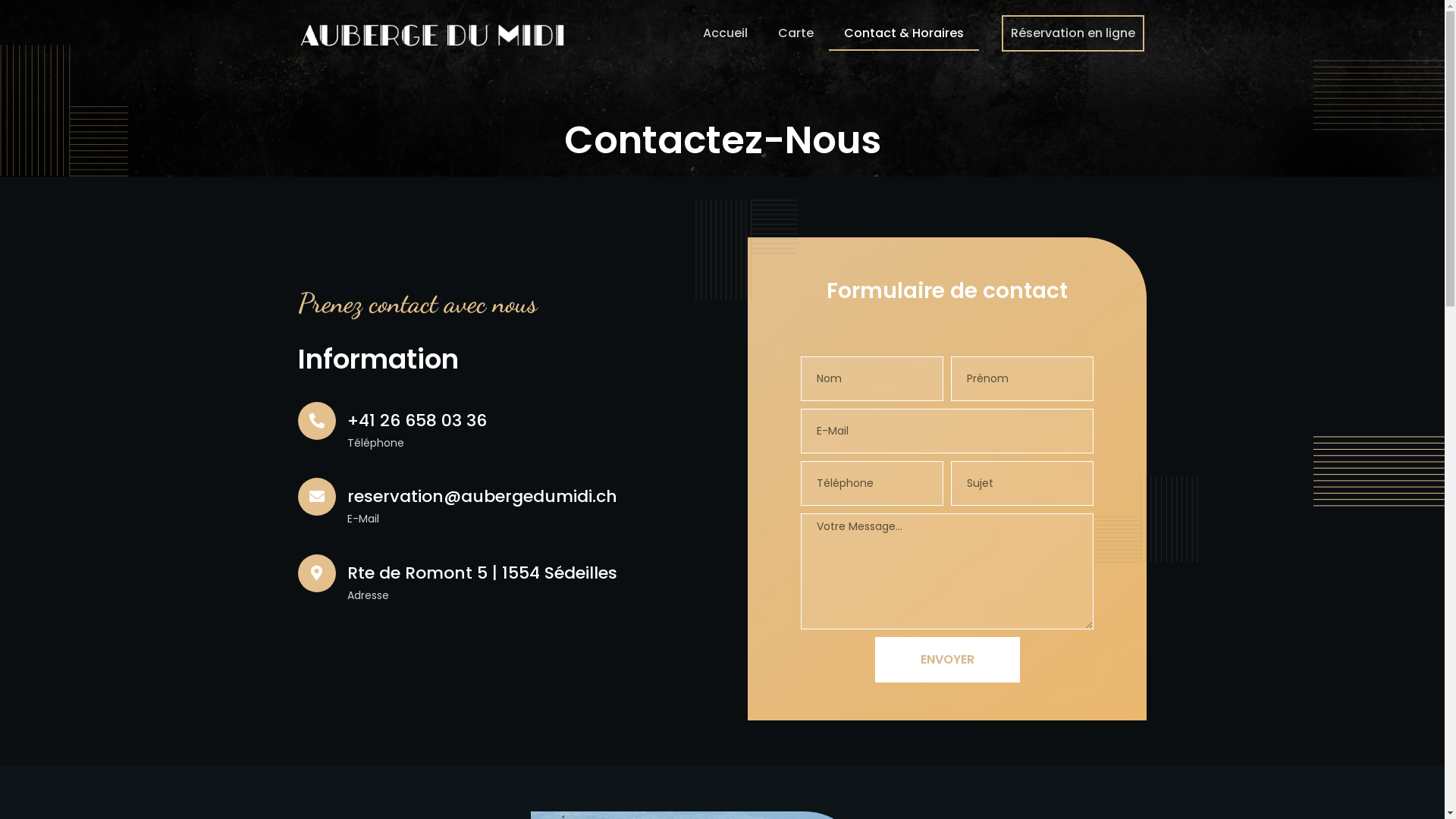  I want to click on '+41 26 658 03 36', so click(346, 420).